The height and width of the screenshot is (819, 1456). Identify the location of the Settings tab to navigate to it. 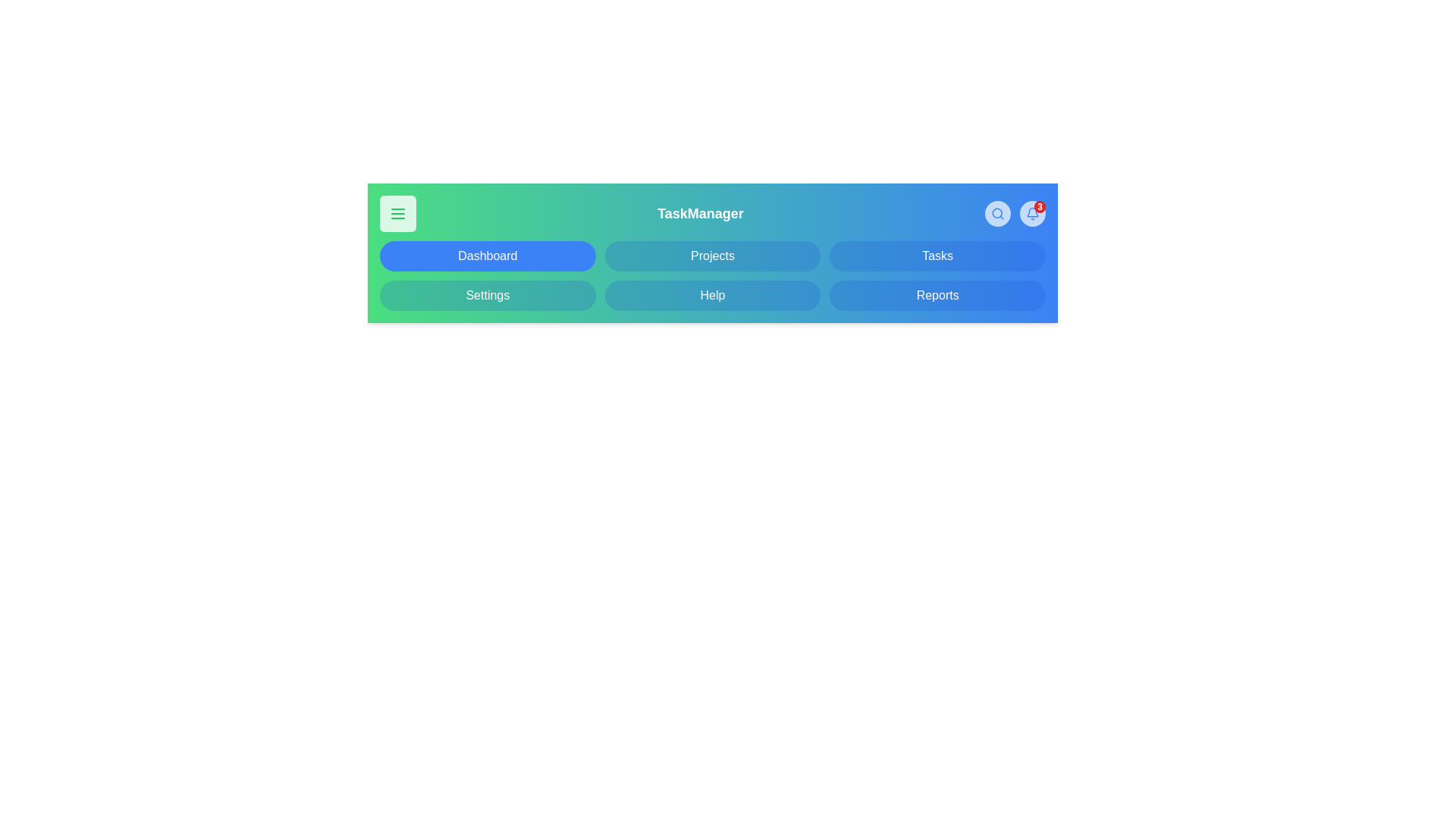
(488, 295).